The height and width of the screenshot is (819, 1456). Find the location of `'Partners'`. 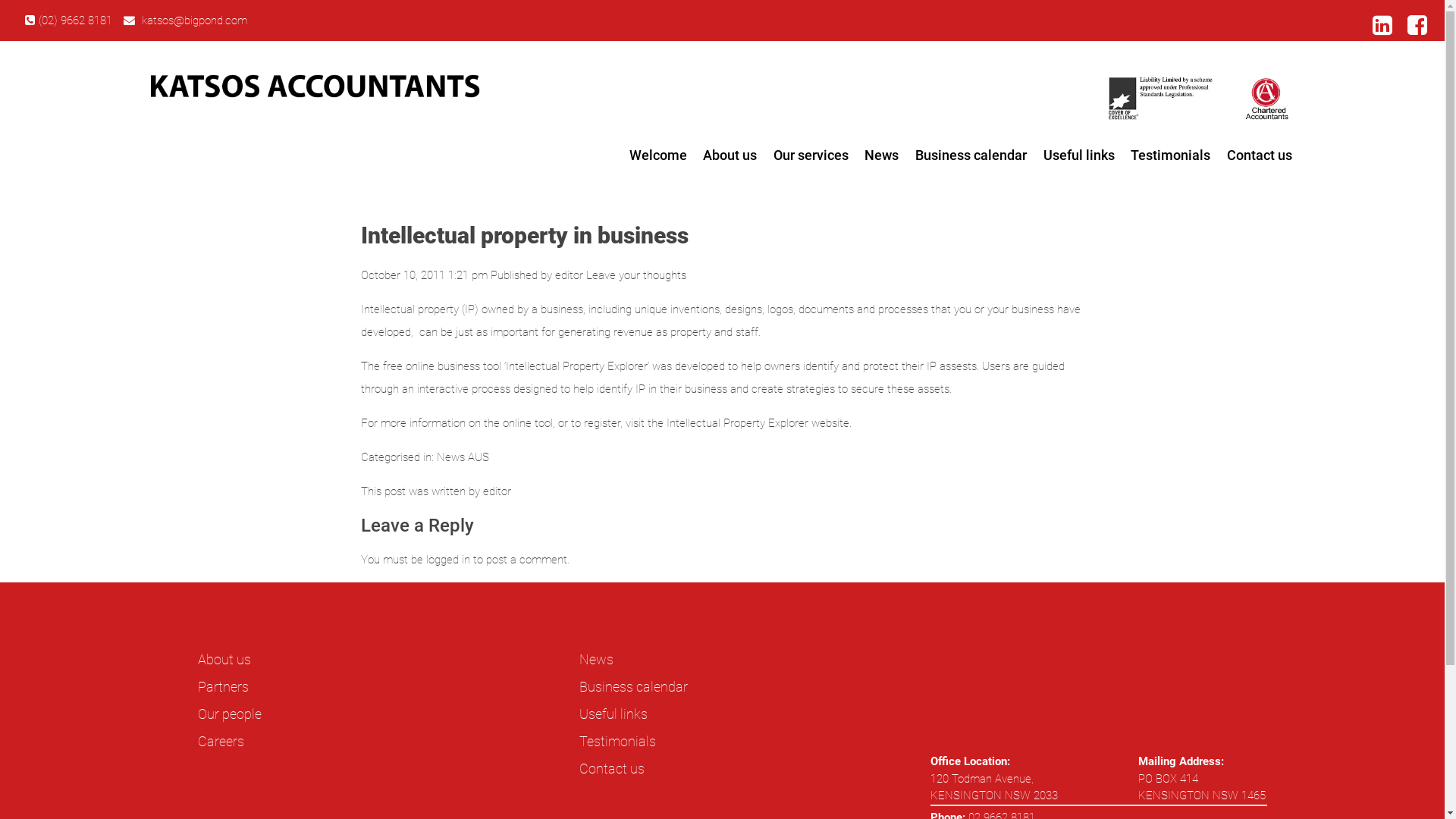

'Partners' is located at coordinates (222, 686).